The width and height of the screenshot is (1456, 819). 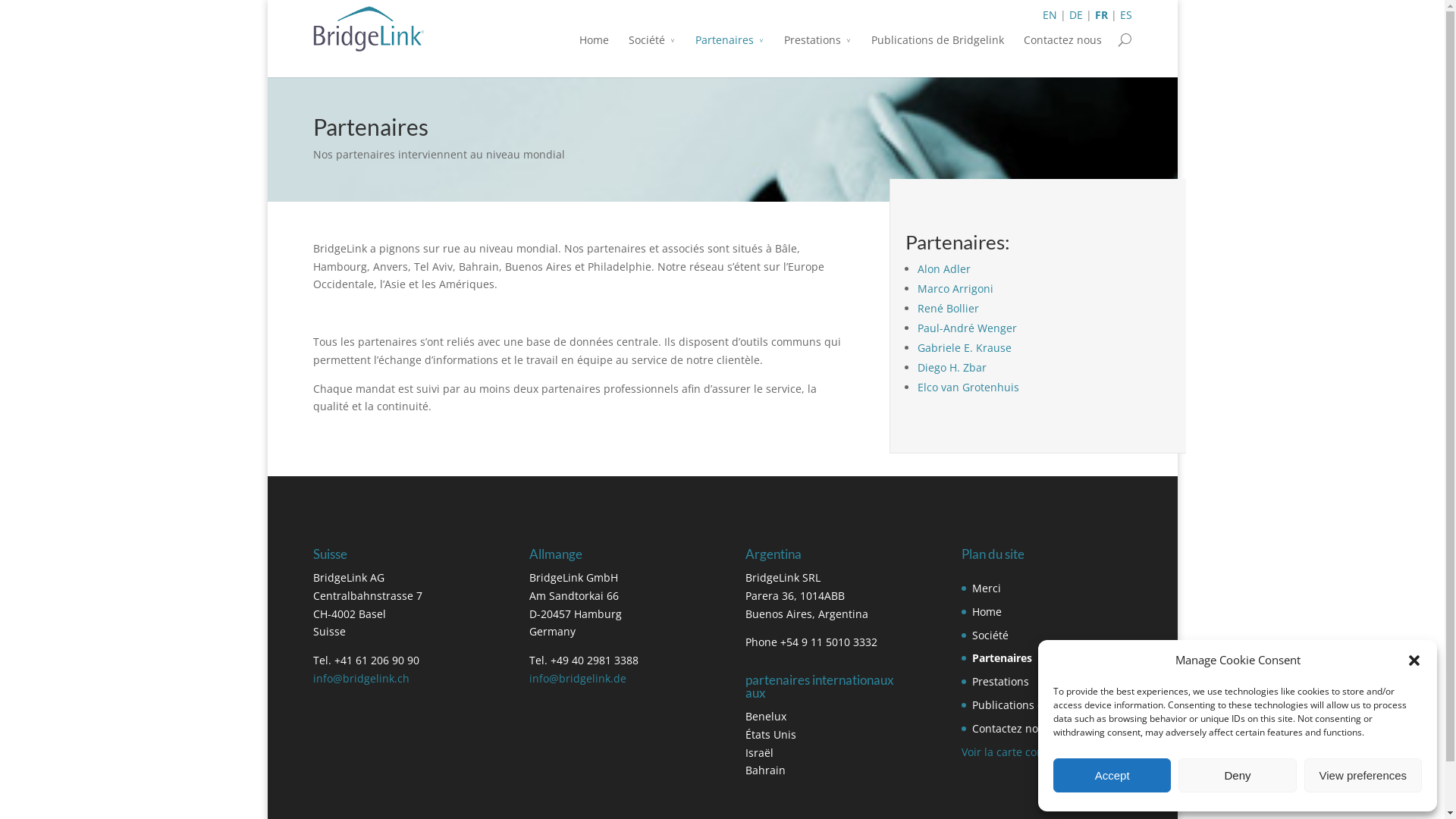 I want to click on 'Publications de Bridgelink', so click(x=1037, y=704).